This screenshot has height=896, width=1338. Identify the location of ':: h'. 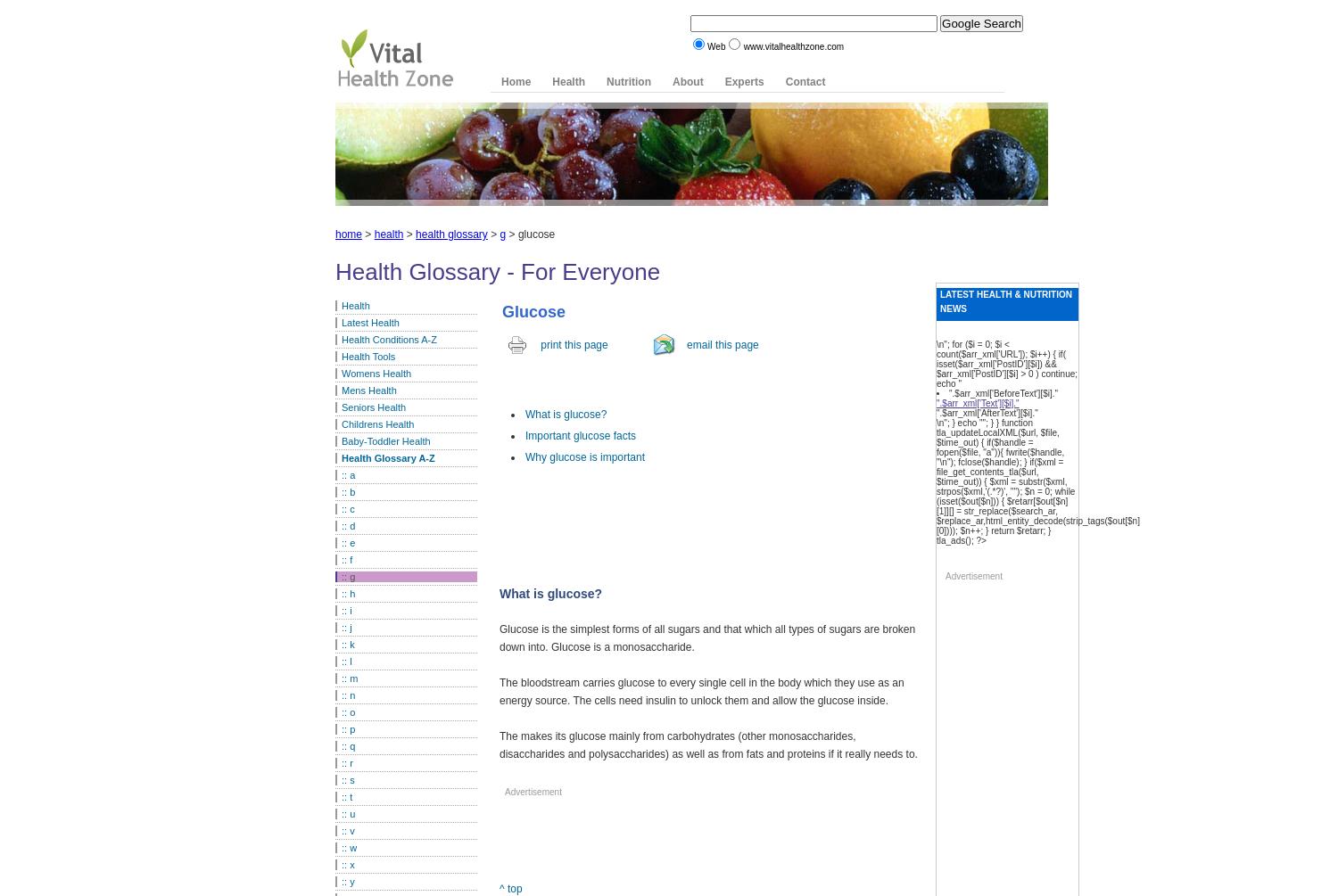
(348, 593).